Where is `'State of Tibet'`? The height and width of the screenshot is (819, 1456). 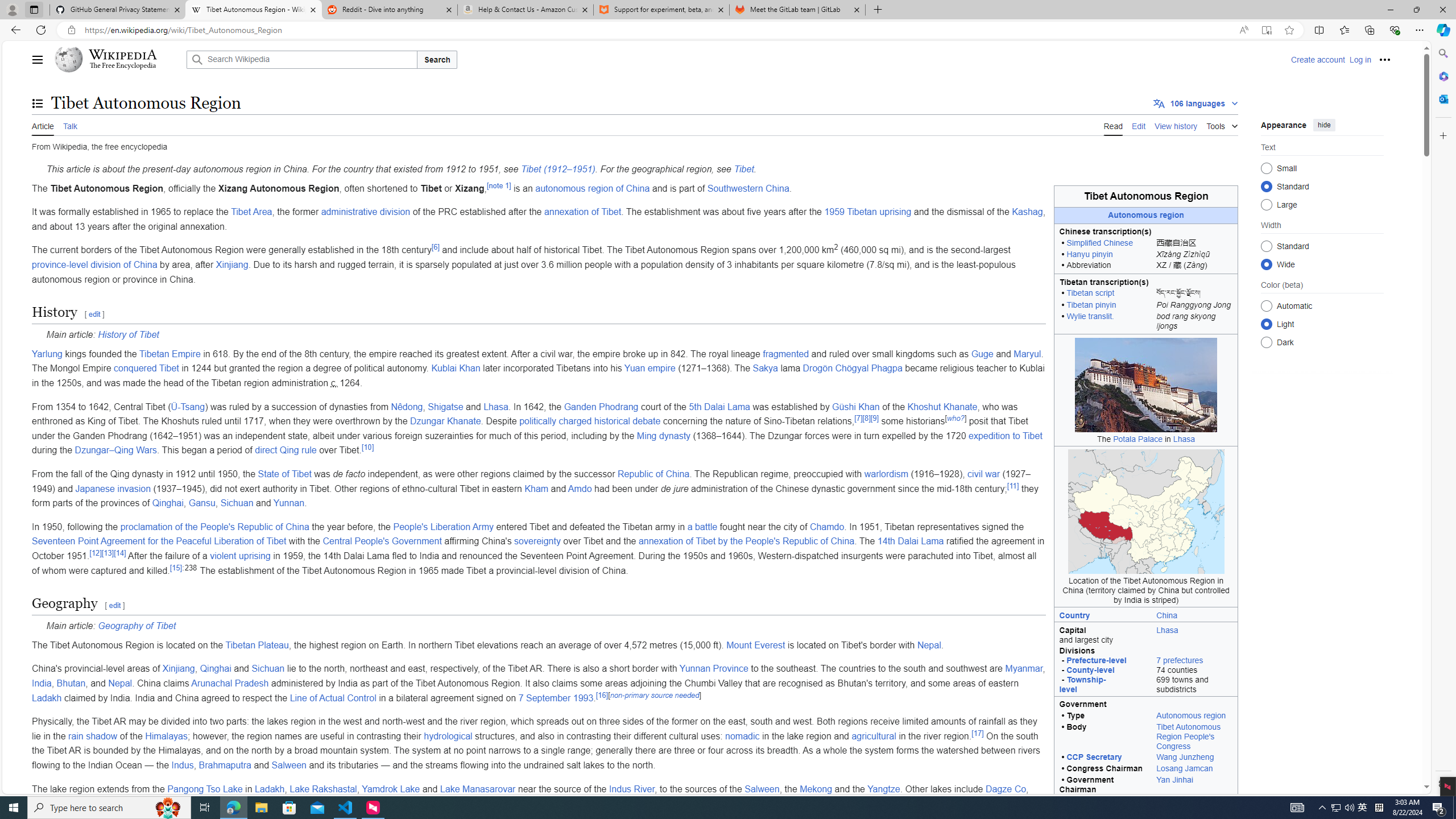
'State of Tibet' is located at coordinates (284, 473).